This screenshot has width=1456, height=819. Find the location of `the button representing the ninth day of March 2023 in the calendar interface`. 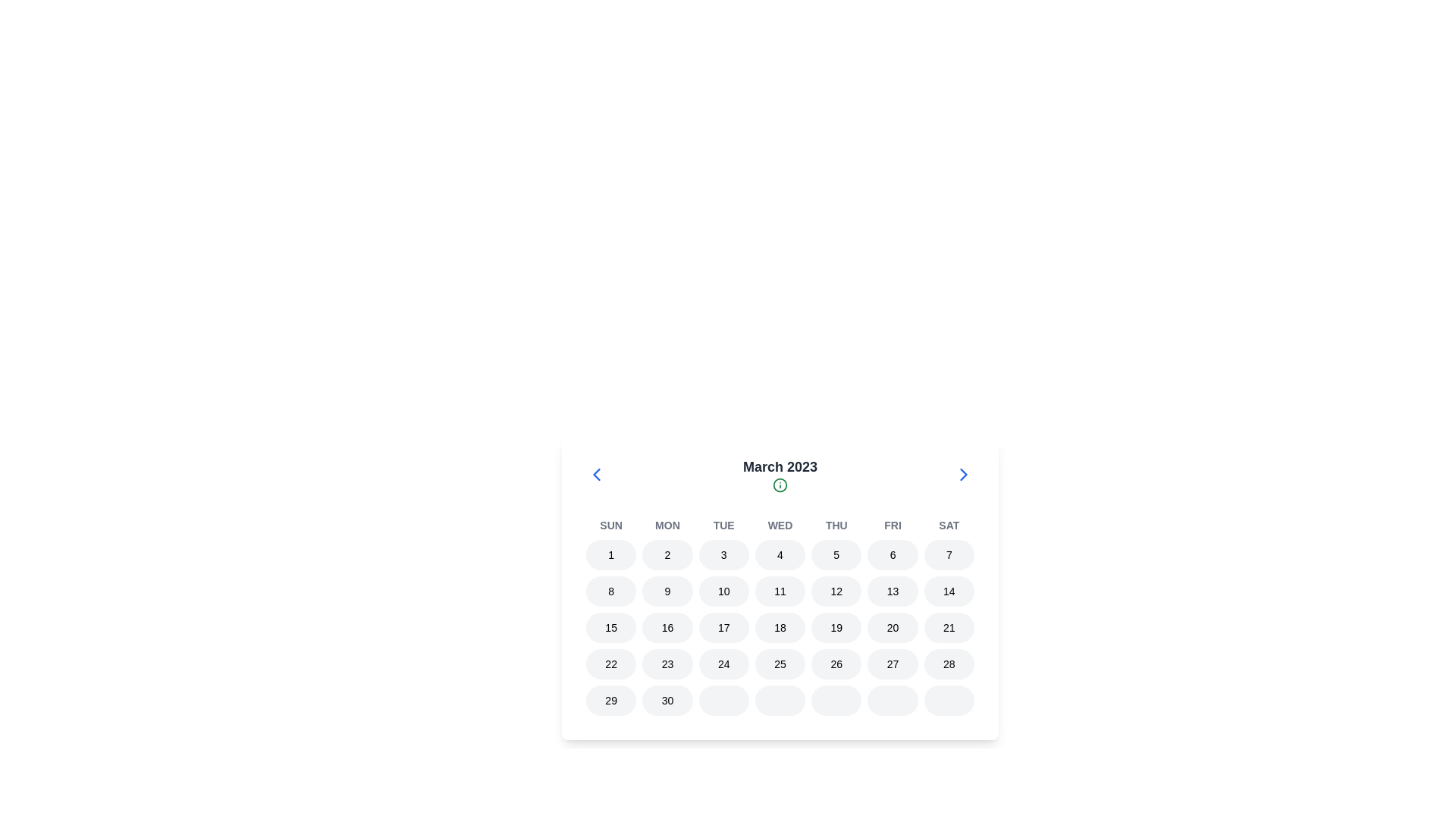

the button representing the ninth day of March 2023 in the calendar interface is located at coordinates (667, 590).